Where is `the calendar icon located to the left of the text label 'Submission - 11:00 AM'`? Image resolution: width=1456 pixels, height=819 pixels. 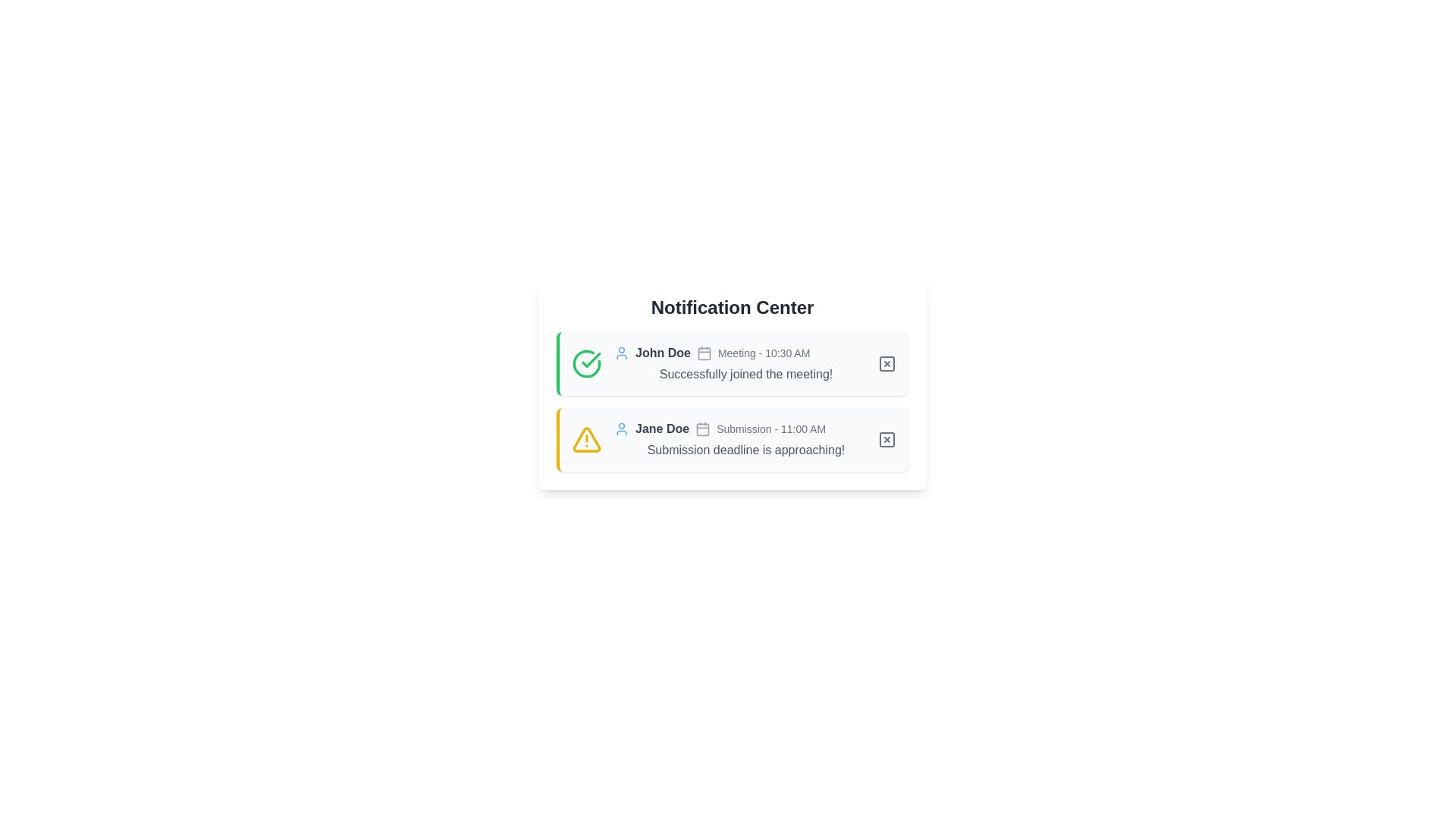
the calendar icon located to the left of the text label 'Submission - 11:00 AM' is located at coordinates (701, 429).